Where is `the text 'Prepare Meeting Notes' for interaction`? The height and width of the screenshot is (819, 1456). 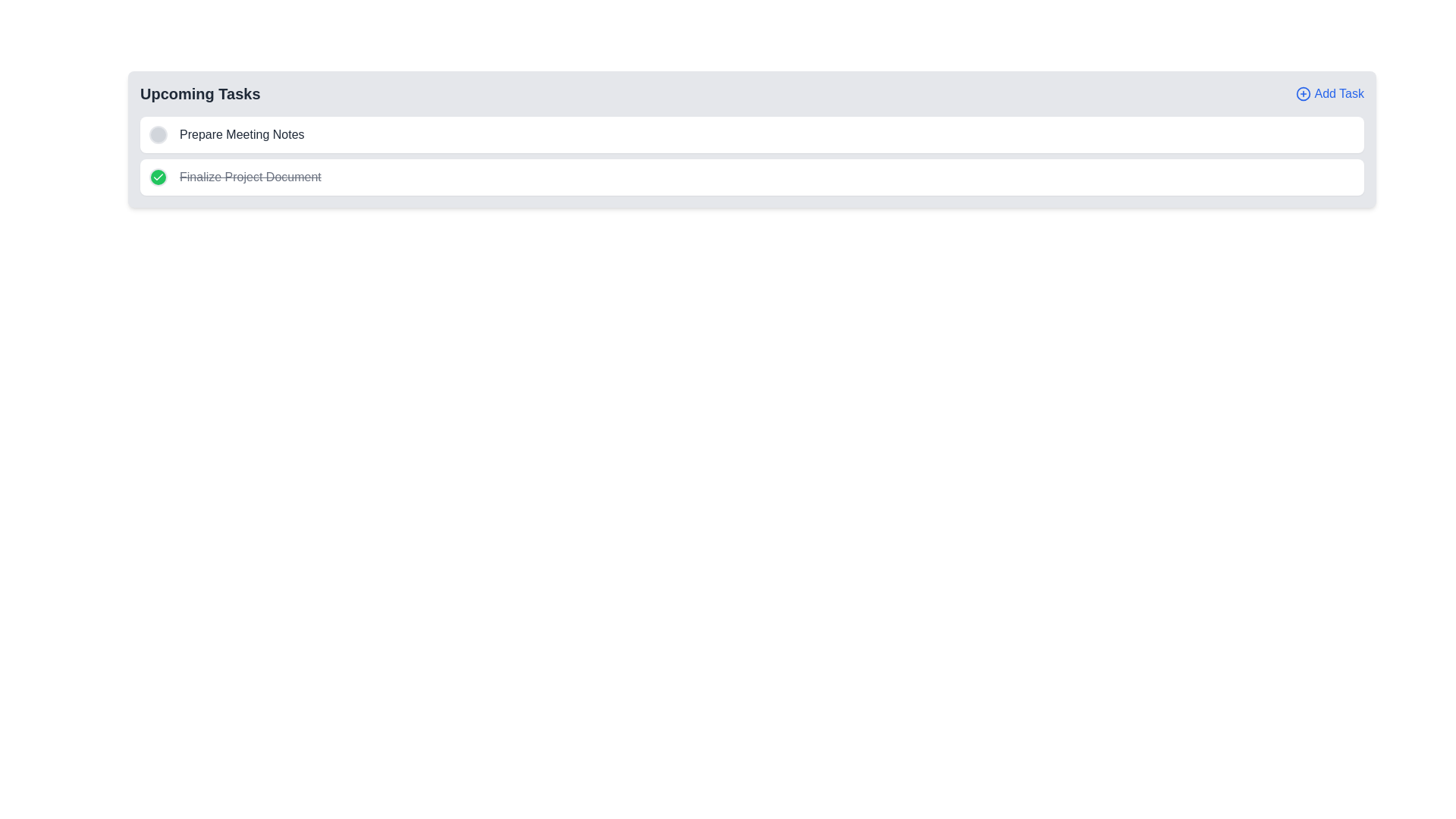
the text 'Prepare Meeting Notes' for interaction is located at coordinates (241, 133).